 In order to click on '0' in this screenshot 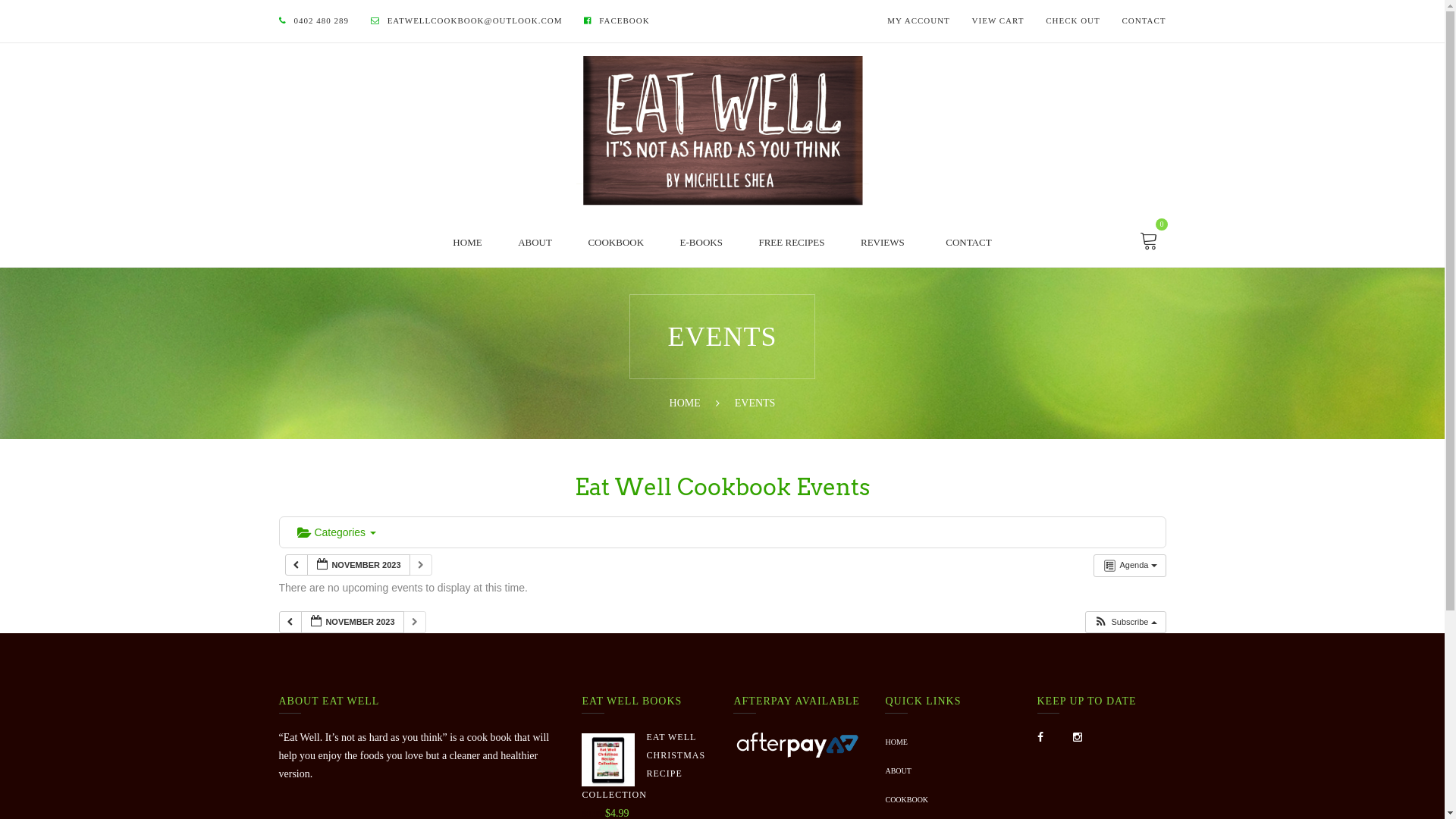, I will do `click(1149, 242)`.